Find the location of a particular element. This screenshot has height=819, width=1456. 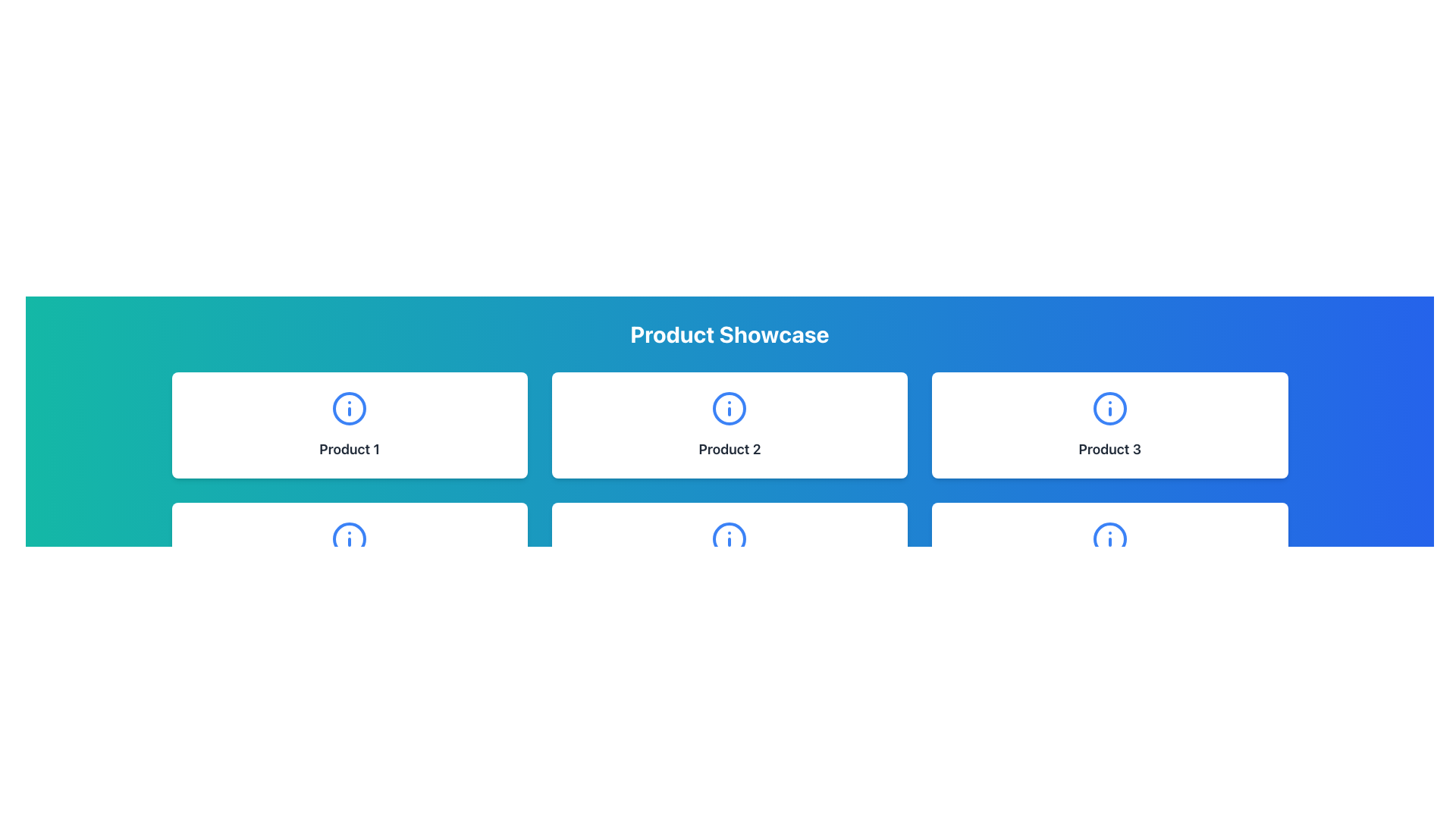

the Static Text element that serves as a title or header for the page, indicating the content below showcases products is located at coordinates (730, 333).